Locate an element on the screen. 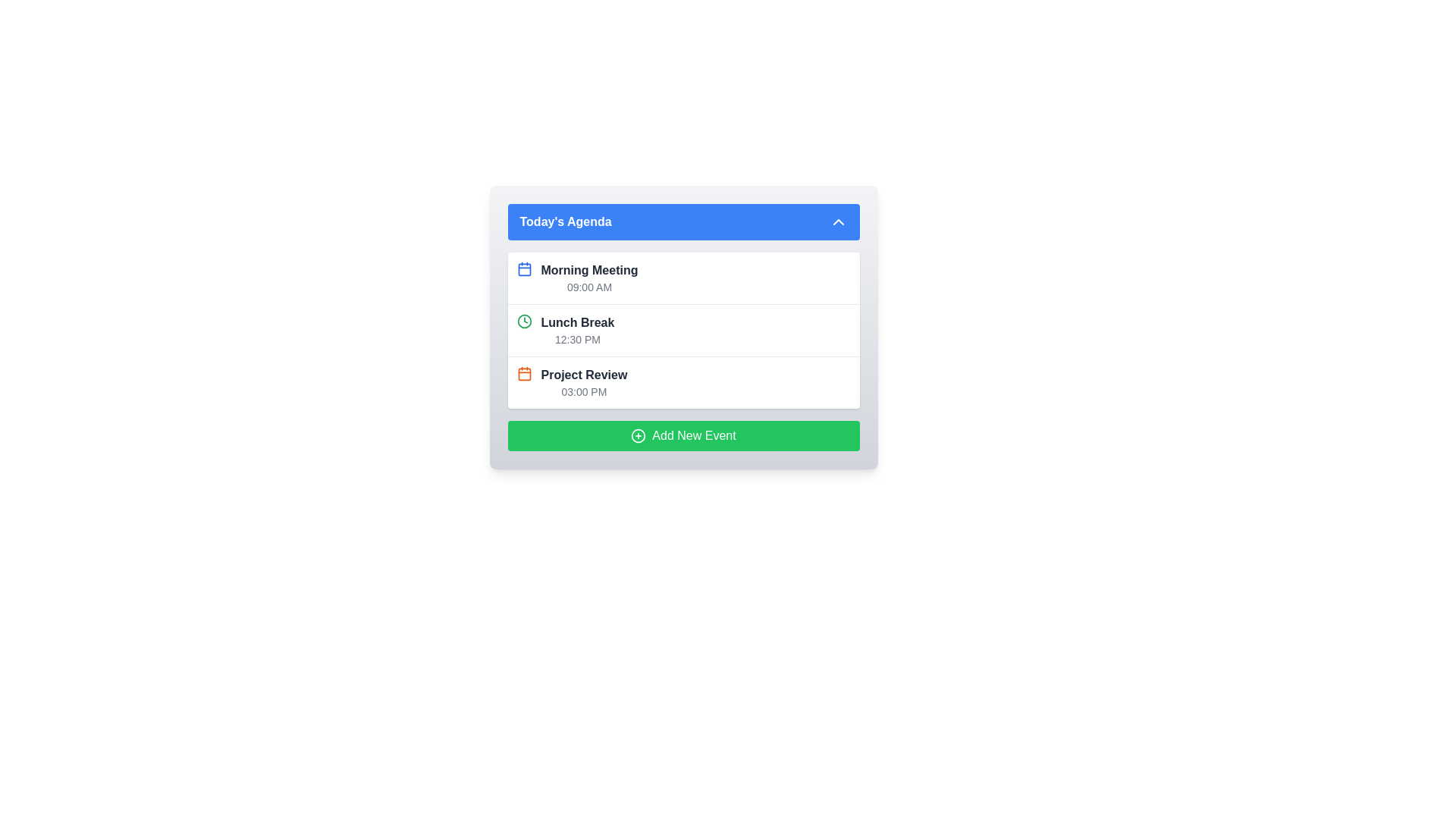  title text displayed at the top of the card-like structure, which is horizontally centered in the blue header section is located at coordinates (565, 222).